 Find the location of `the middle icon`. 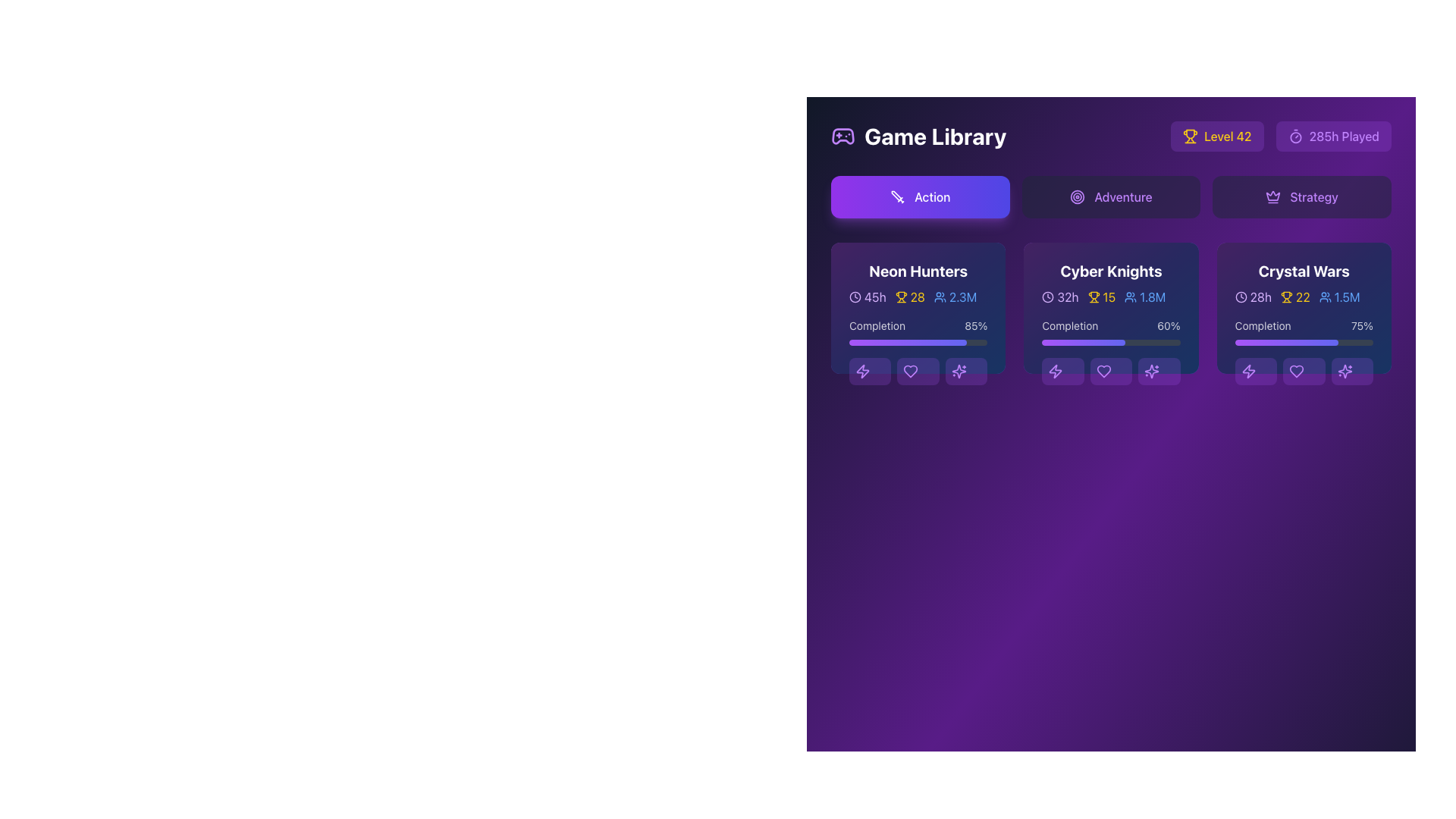

the middle icon is located at coordinates (1103, 371).